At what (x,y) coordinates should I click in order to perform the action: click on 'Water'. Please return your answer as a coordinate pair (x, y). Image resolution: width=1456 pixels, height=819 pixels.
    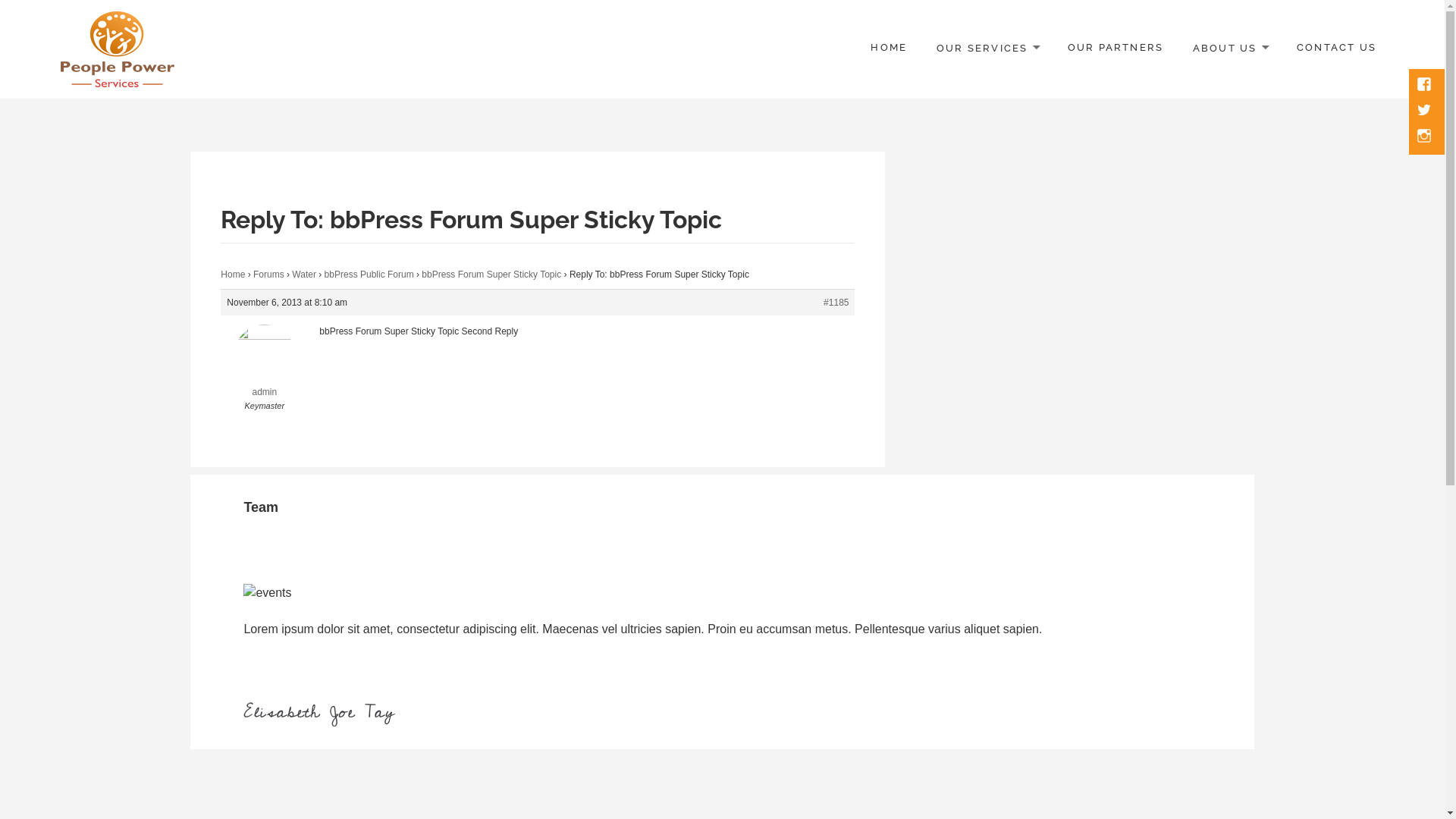
    Looking at the image, I should click on (303, 275).